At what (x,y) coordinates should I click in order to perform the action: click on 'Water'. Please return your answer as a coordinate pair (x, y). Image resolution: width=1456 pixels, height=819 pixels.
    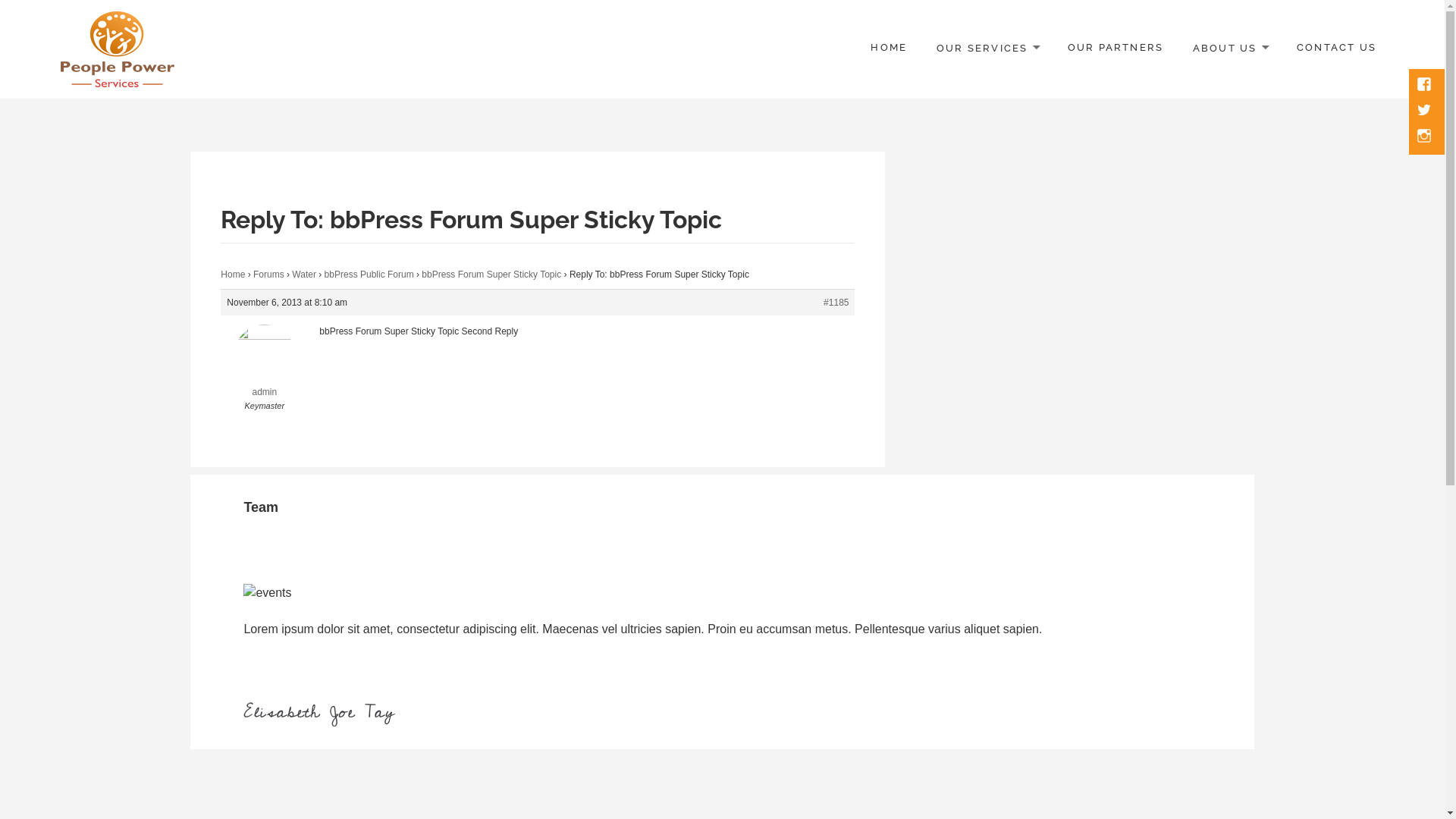
    Looking at the image, I should click on (303, 275).